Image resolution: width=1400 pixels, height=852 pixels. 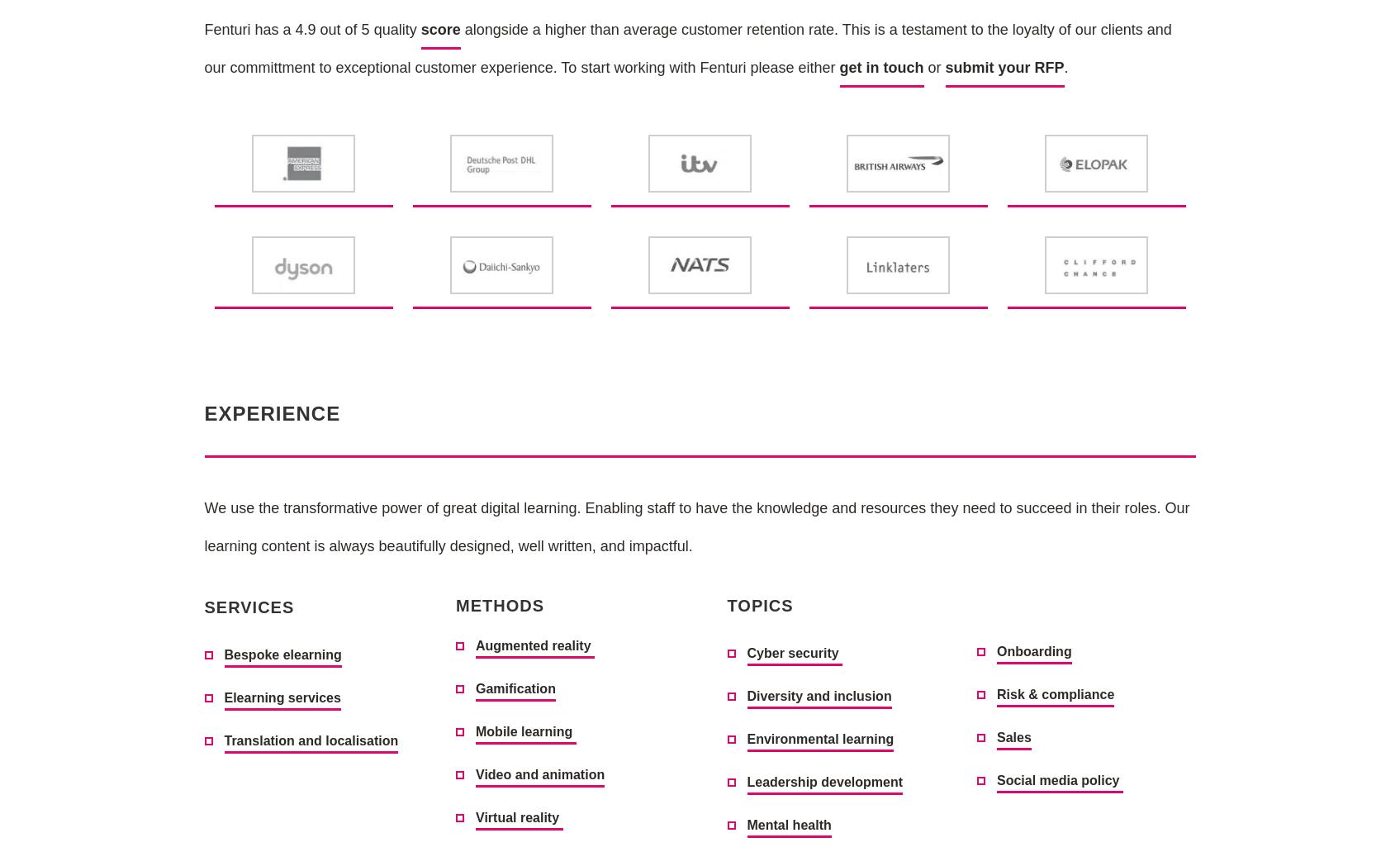 What do you see at coordinates (818, 696) in the screenshot?
I see `'Diversity and inclusion'` at bounding box center [818, 696].